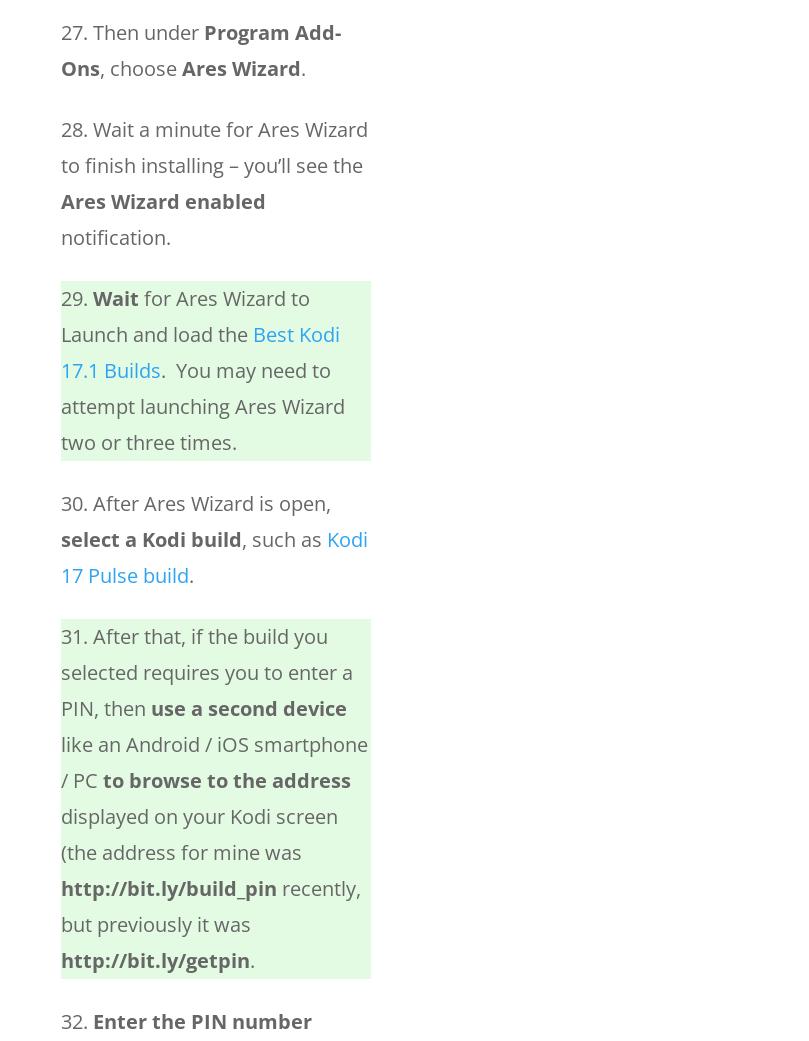  What do you see at coordinates (198, 833) in the screenshot?
I see `'displayed on your Kodi screen (the address for mine was'` at bounding box center [198, 833].